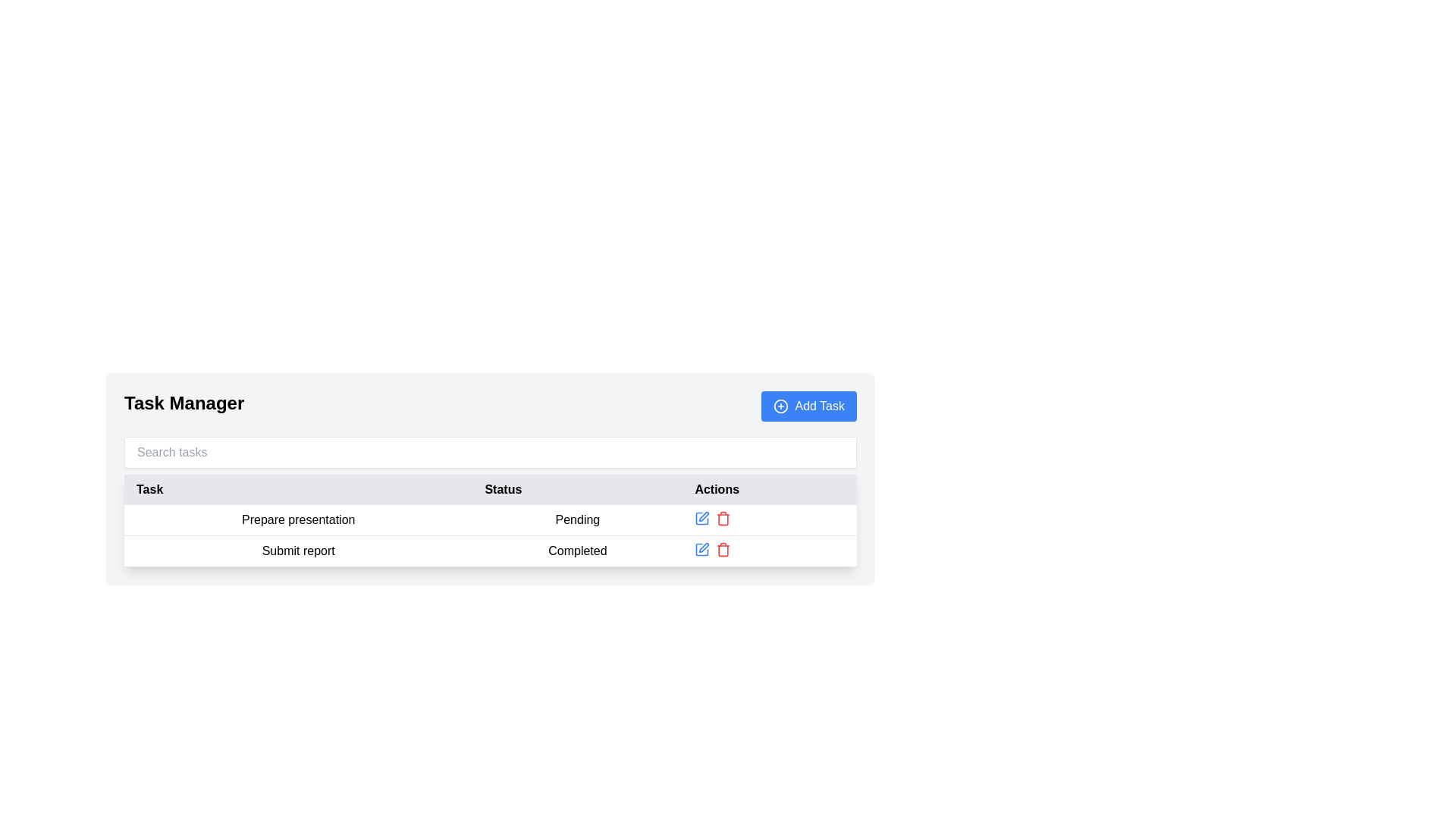 The width and height of the screenshot is (1456, 819). What do you see at coordinates (576, 551) in the screenshot?
I see `the Text Label indicating the completion status of the task 'Submit report' located in the second row of the 'Status' column` at bounding box center [576, 551].